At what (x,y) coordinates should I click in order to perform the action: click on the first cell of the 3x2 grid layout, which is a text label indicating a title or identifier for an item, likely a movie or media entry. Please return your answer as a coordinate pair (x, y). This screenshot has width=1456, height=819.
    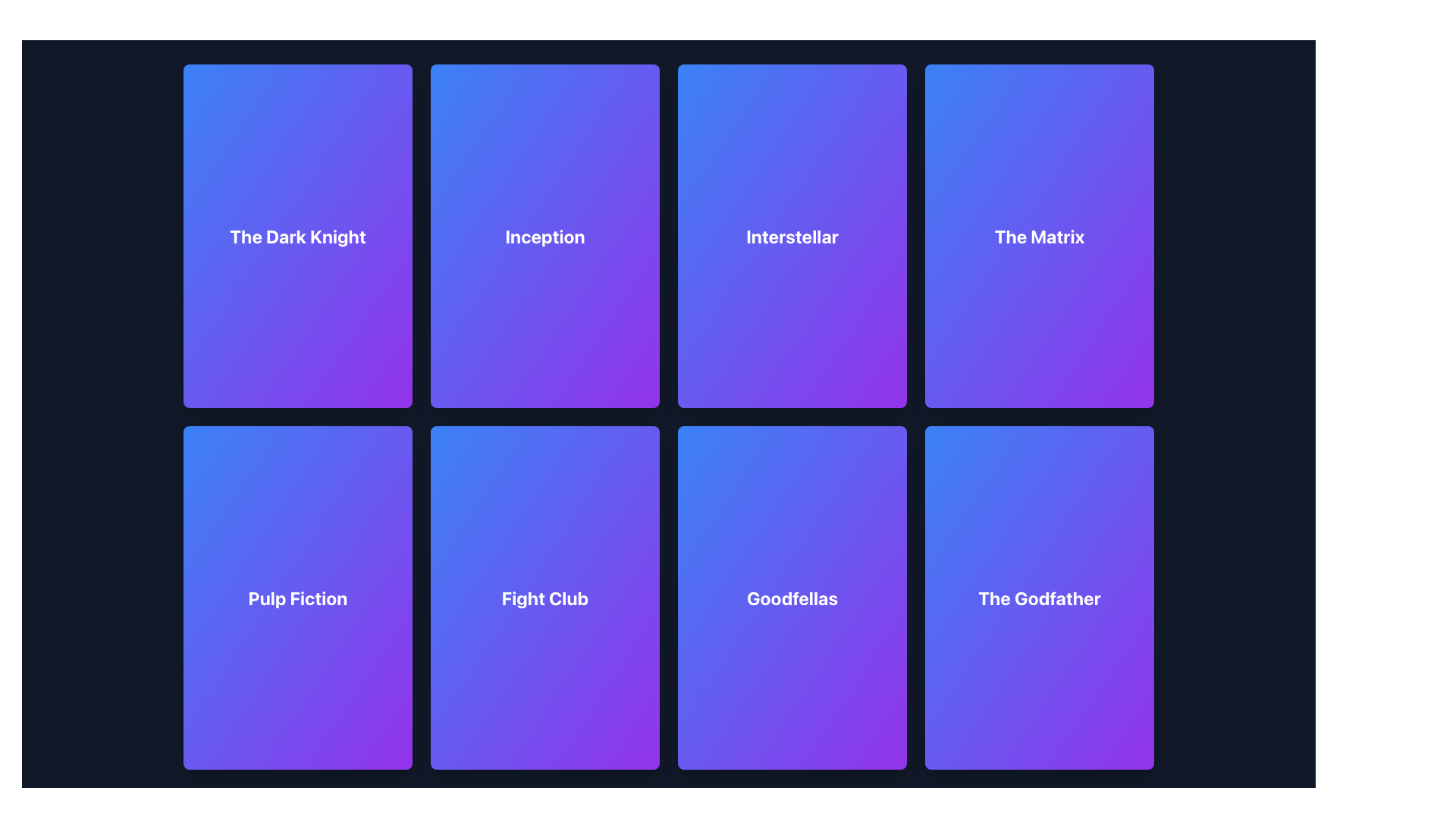
    Looking at the image, I should click on (298, 236).